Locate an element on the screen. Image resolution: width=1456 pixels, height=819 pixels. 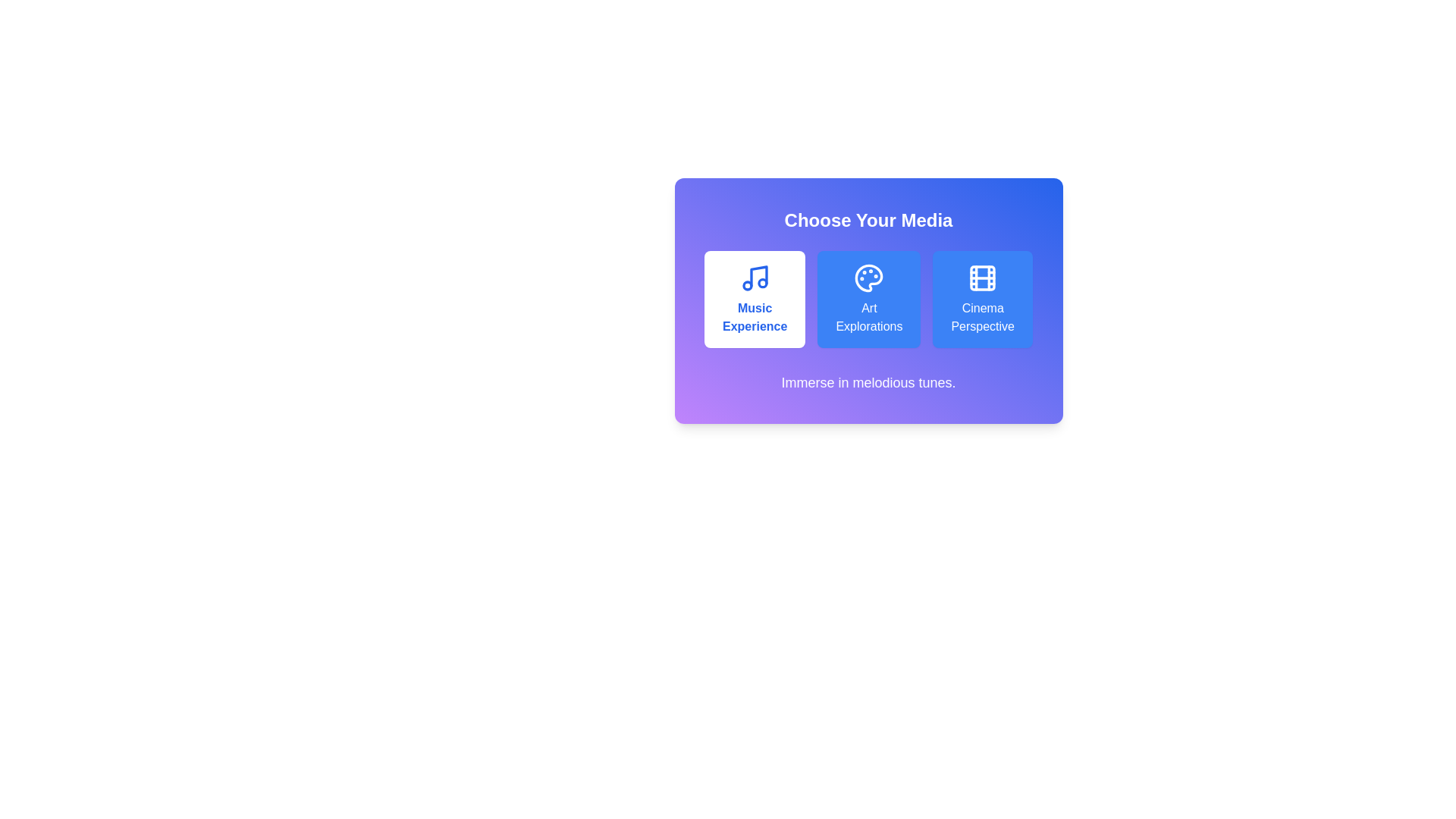
the media option Music Experience by clicking its corresponding button is located at coordinates (755, 299).